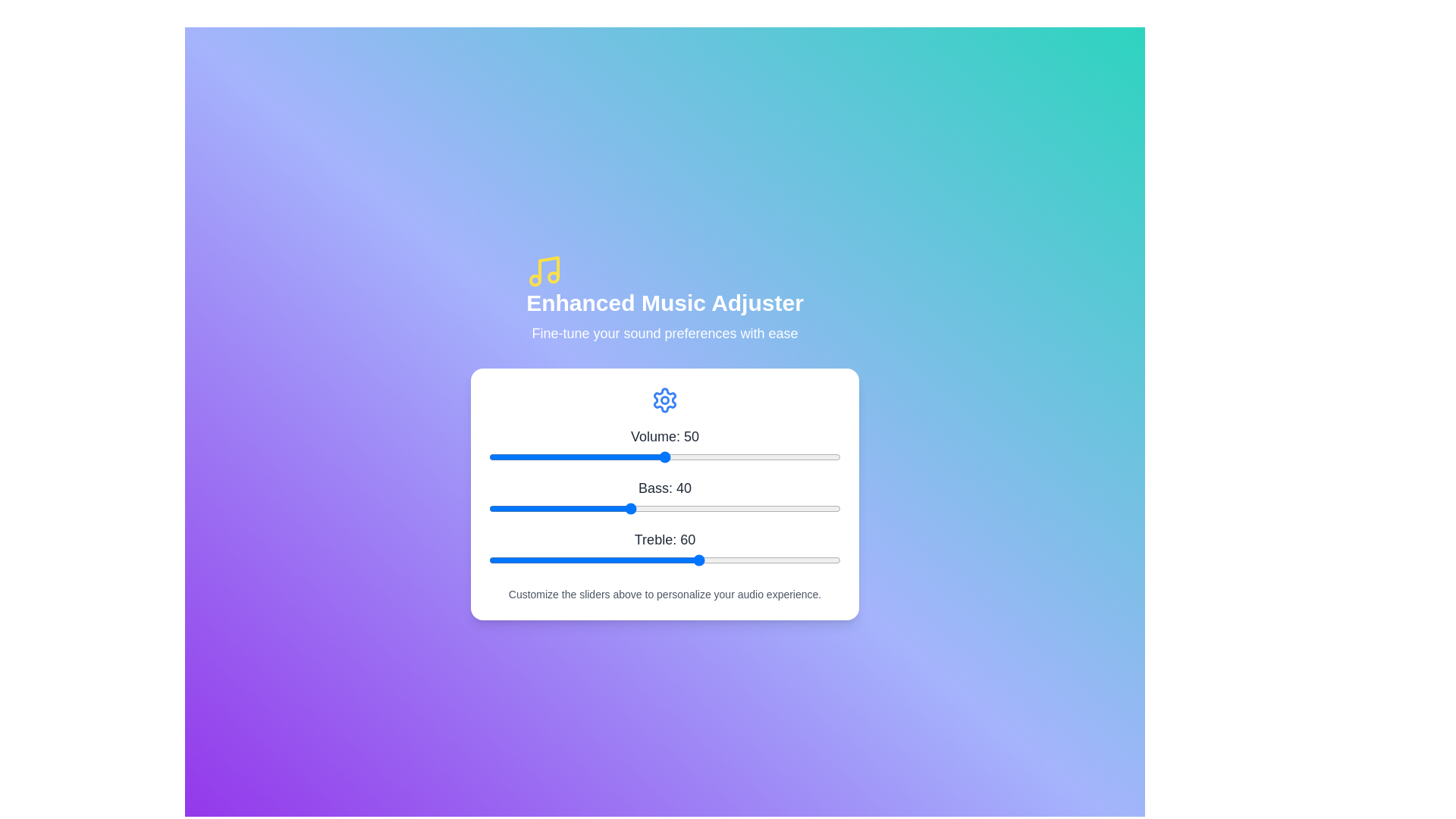 Image resolution: width=1456 pixels, height=819 pixels. What do you see at coordinates (808, 560) in the screenshot?
I see `the treble slider to 91` at bounding box center [808, 560].